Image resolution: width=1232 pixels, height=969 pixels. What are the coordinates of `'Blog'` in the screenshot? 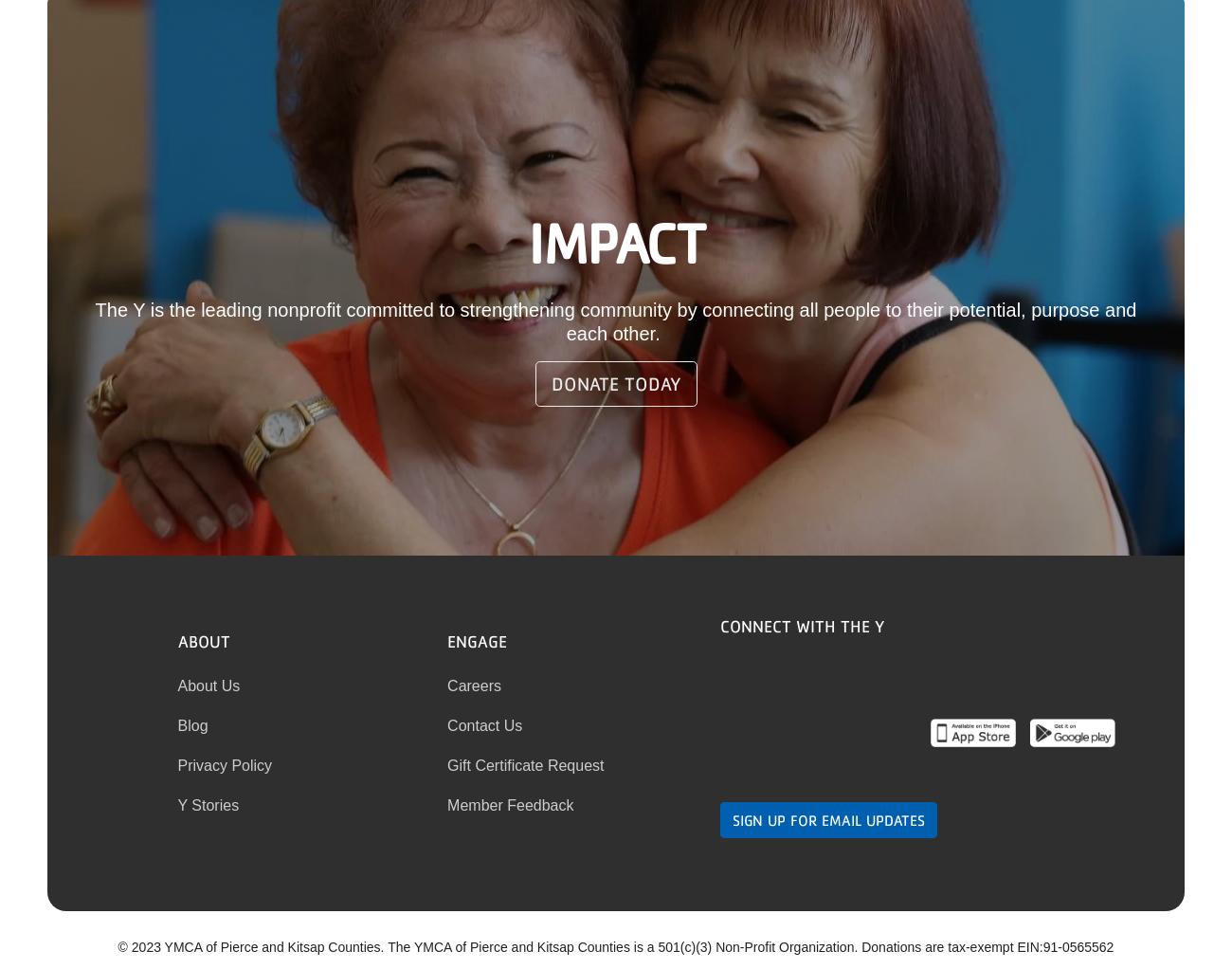 It's located at (192, 723).